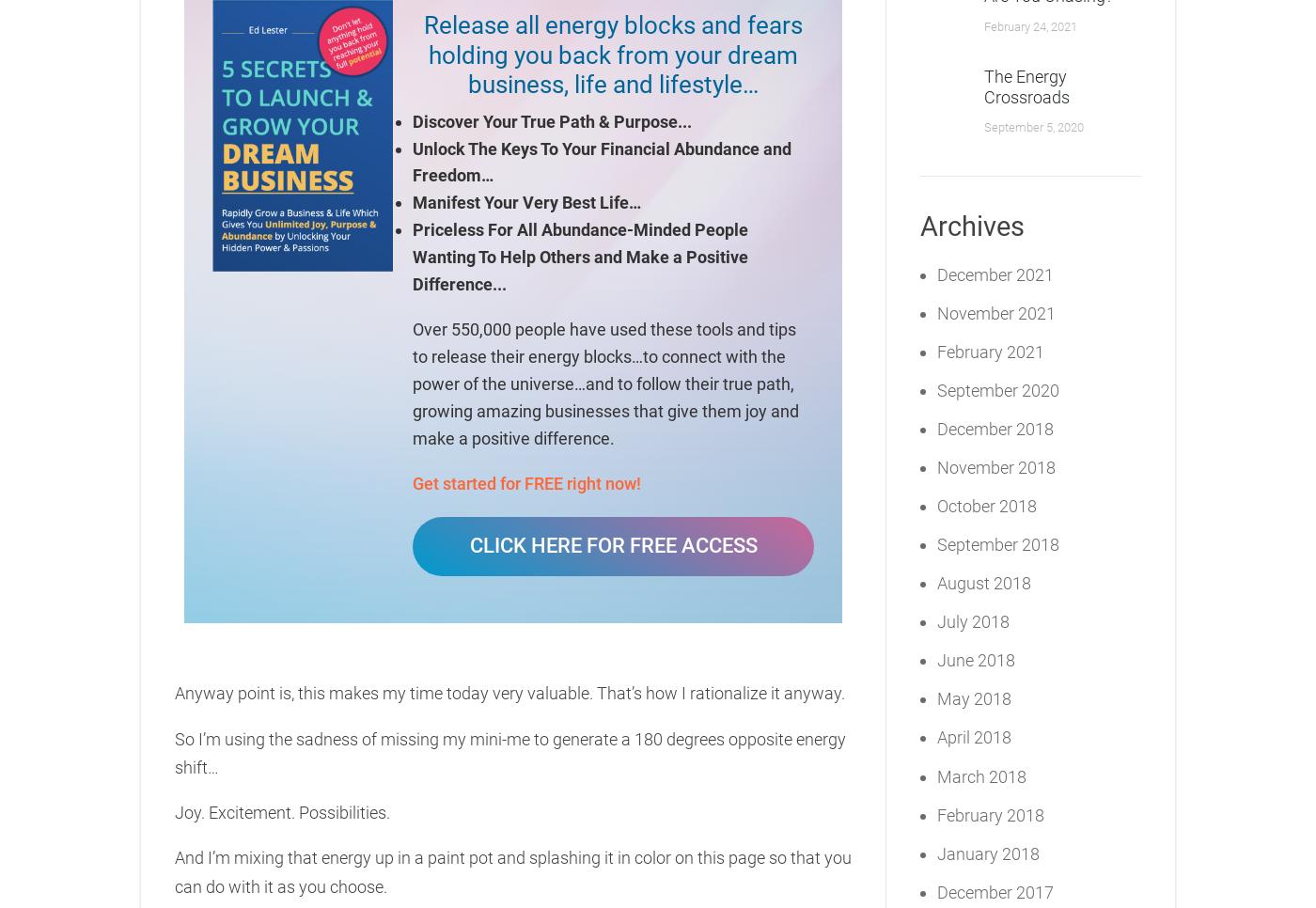  I want to click on 'January 2018', so click(988, 852).